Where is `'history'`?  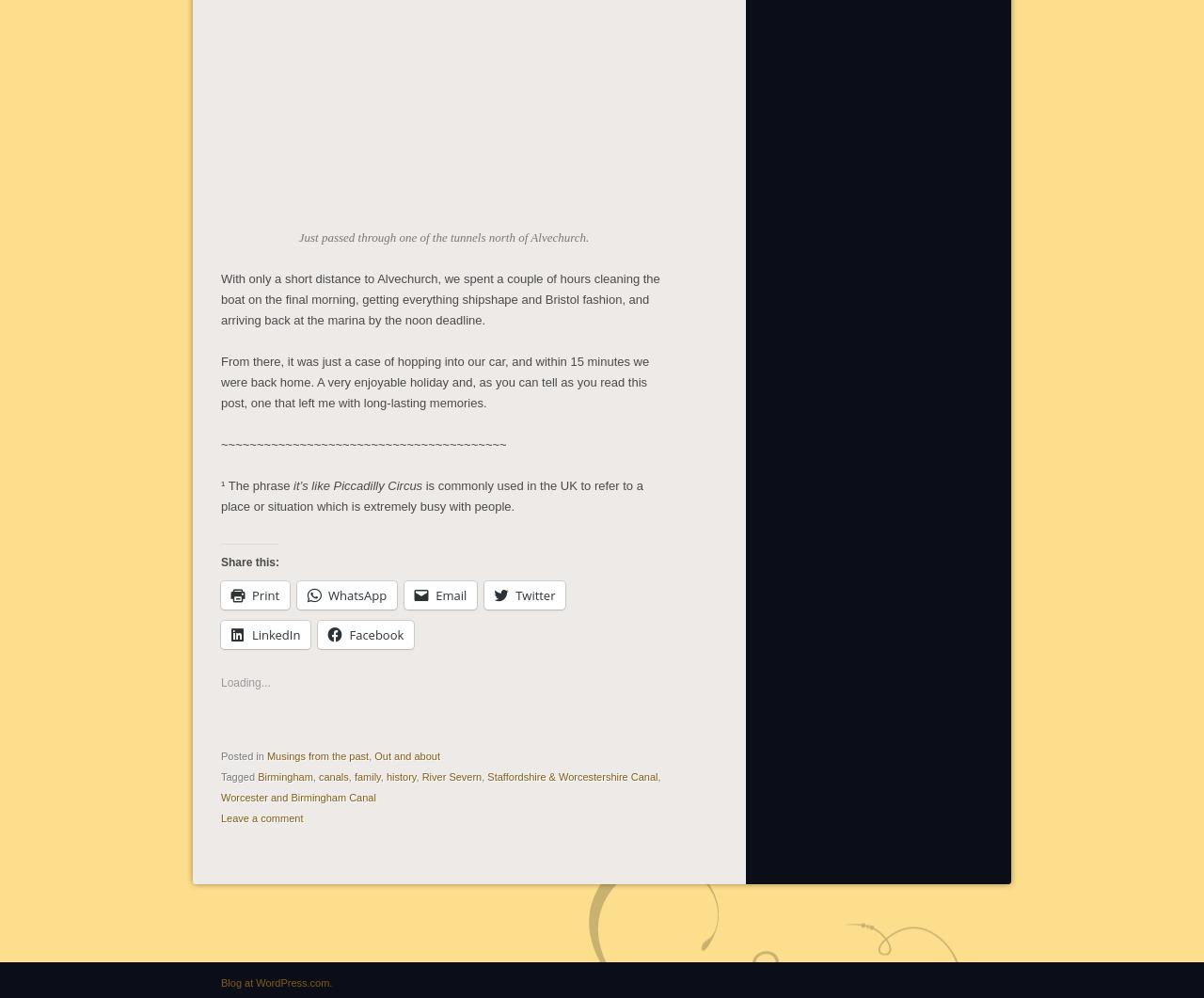
'history' is located at coordinates (399, 774).